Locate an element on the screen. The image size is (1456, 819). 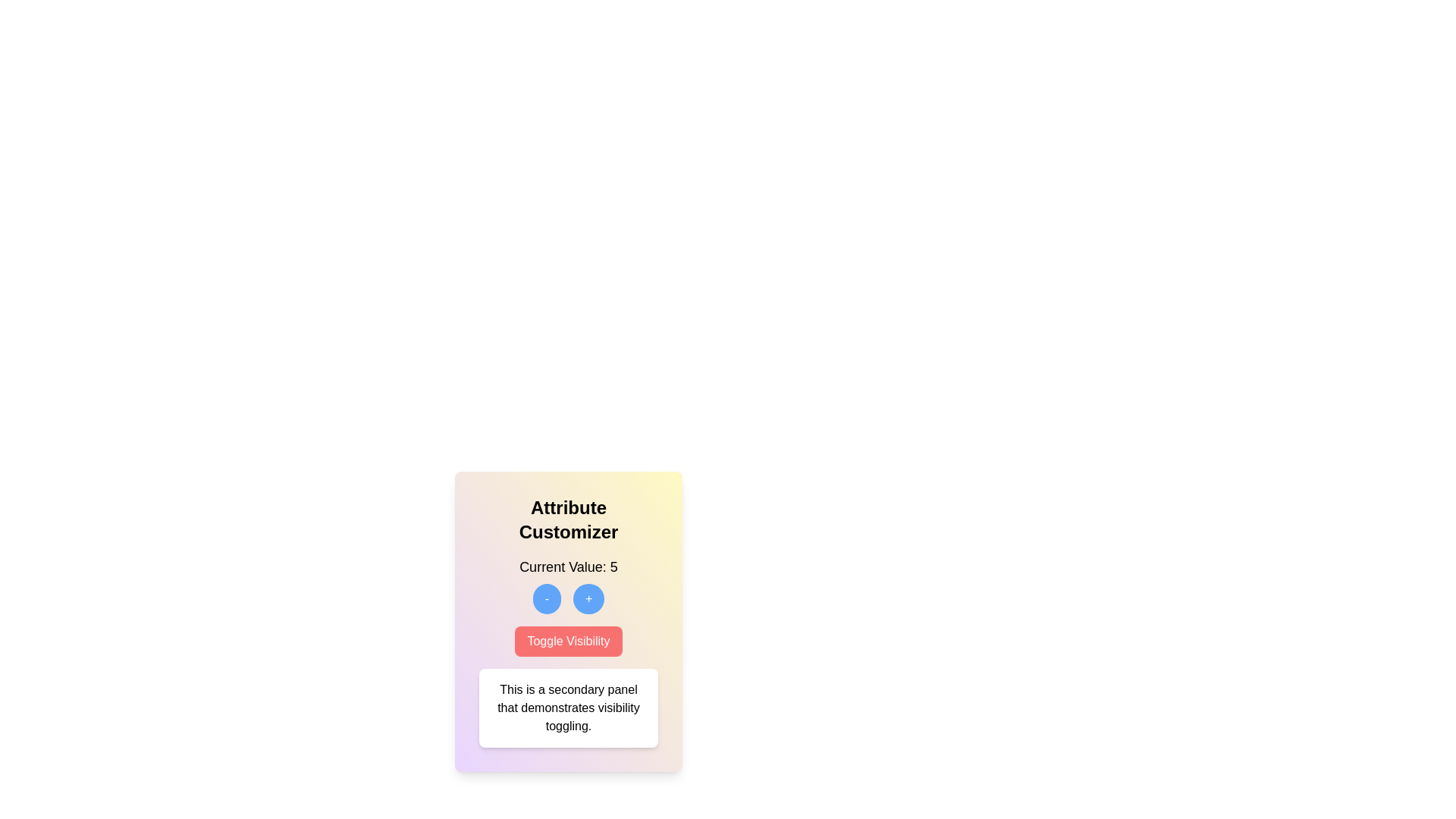
the Text label that displays the current value of the setting, located below the title 'Attribute Customizer' and above the control buttons '-' and '+' is located at coordinates (567, 567).